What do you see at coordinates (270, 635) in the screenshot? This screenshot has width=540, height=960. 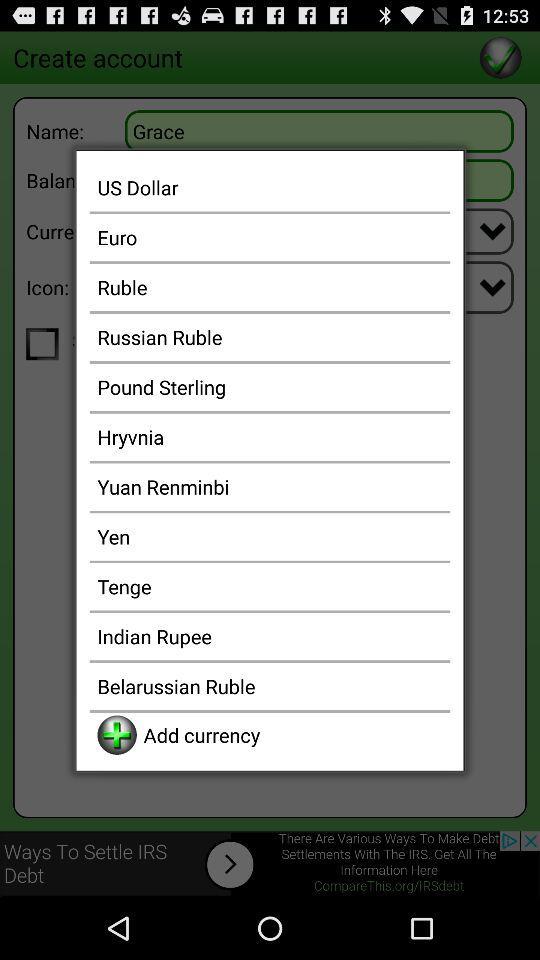 I see `the icon below the tenge app` at bounding box center [270, 635].